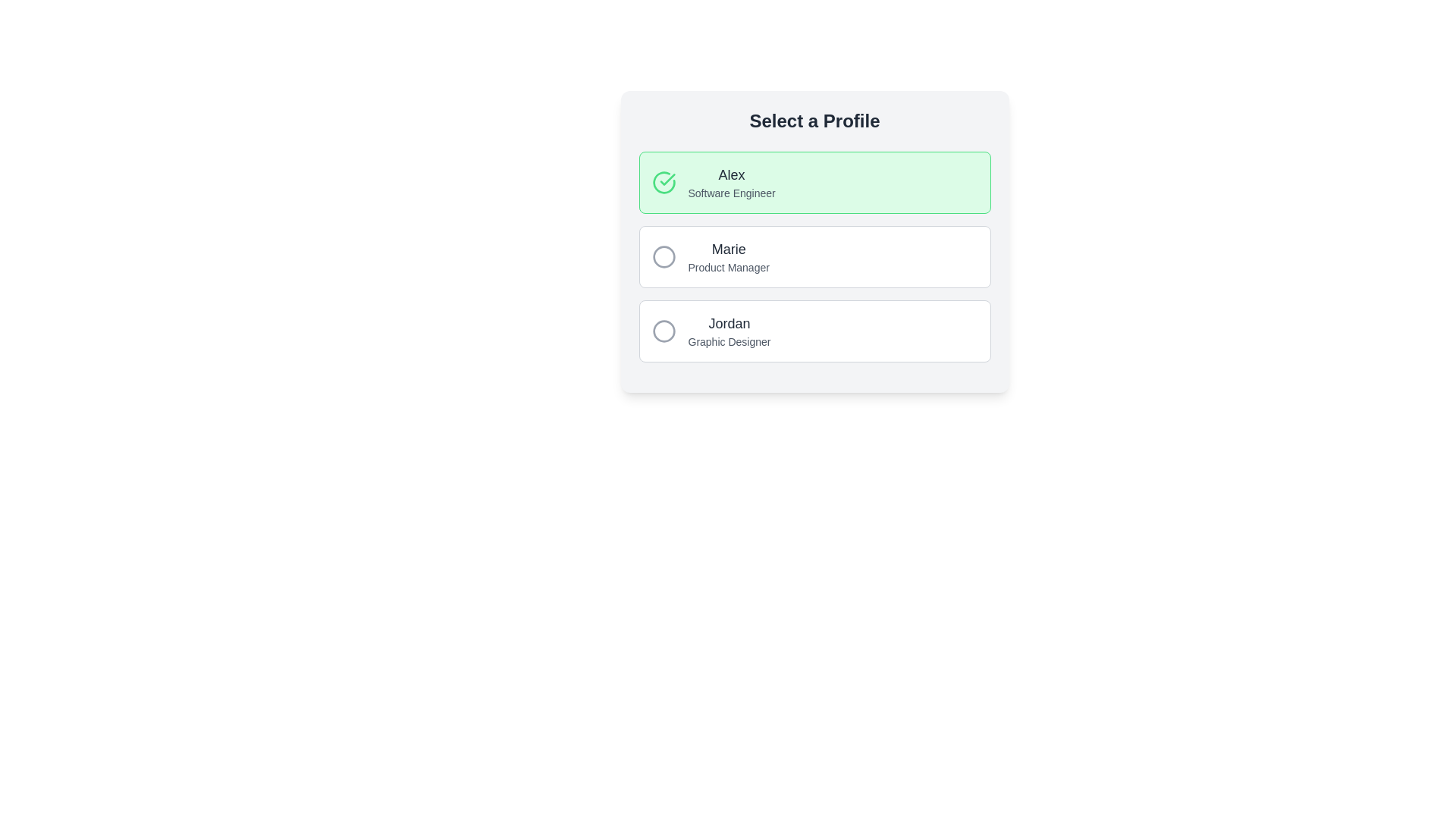 This screenshot has height=819, width=1456. Describe the element at coordinates (664, 256) in the screenshot. I see `the circular gray icon located within the profile selection item labeled 'Marie, Product Manager'` at that location.